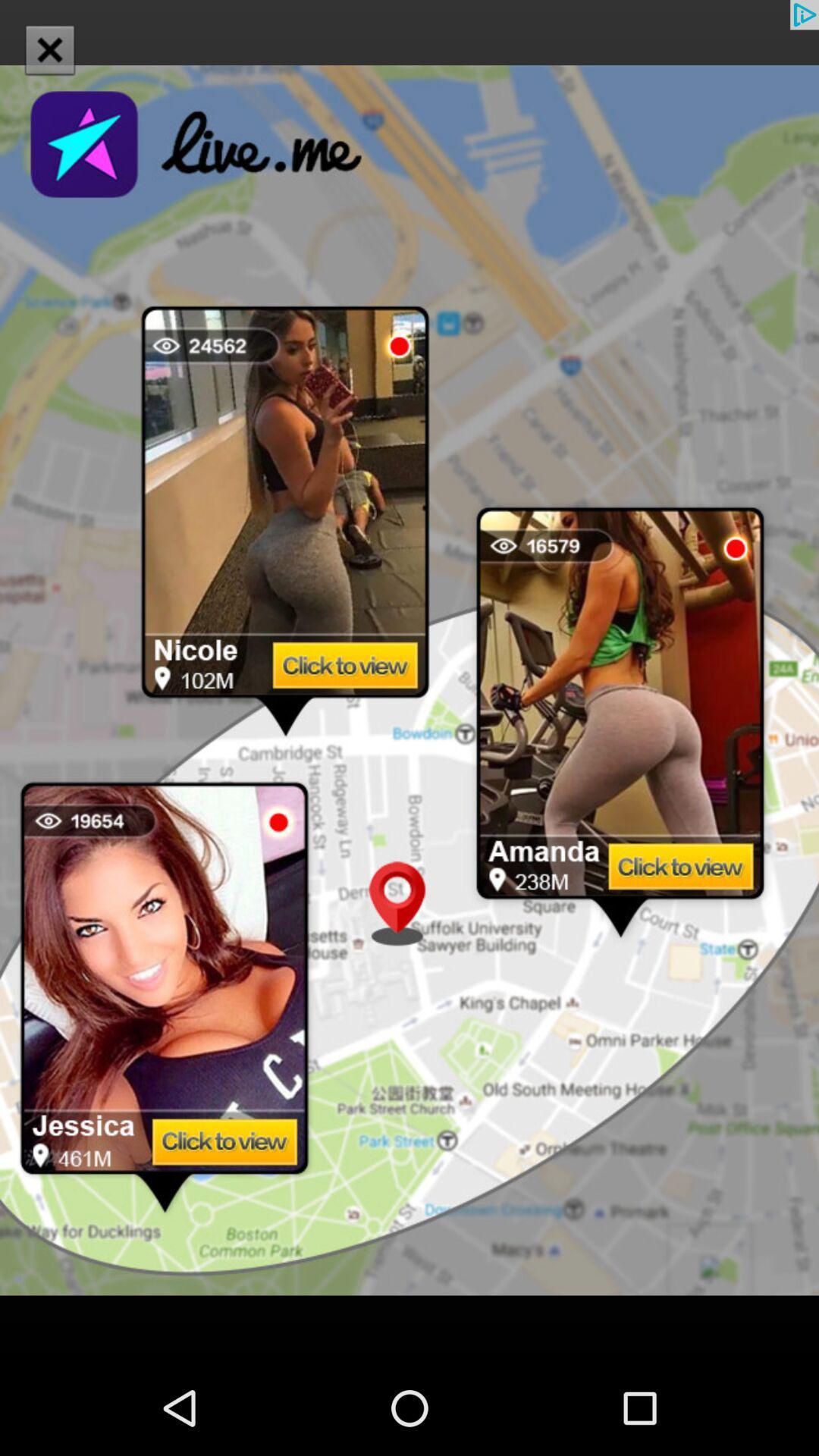 Image resolution: width=819 pixels, height=1456 pixels. I want to click on the close icon, so click(58, 63).